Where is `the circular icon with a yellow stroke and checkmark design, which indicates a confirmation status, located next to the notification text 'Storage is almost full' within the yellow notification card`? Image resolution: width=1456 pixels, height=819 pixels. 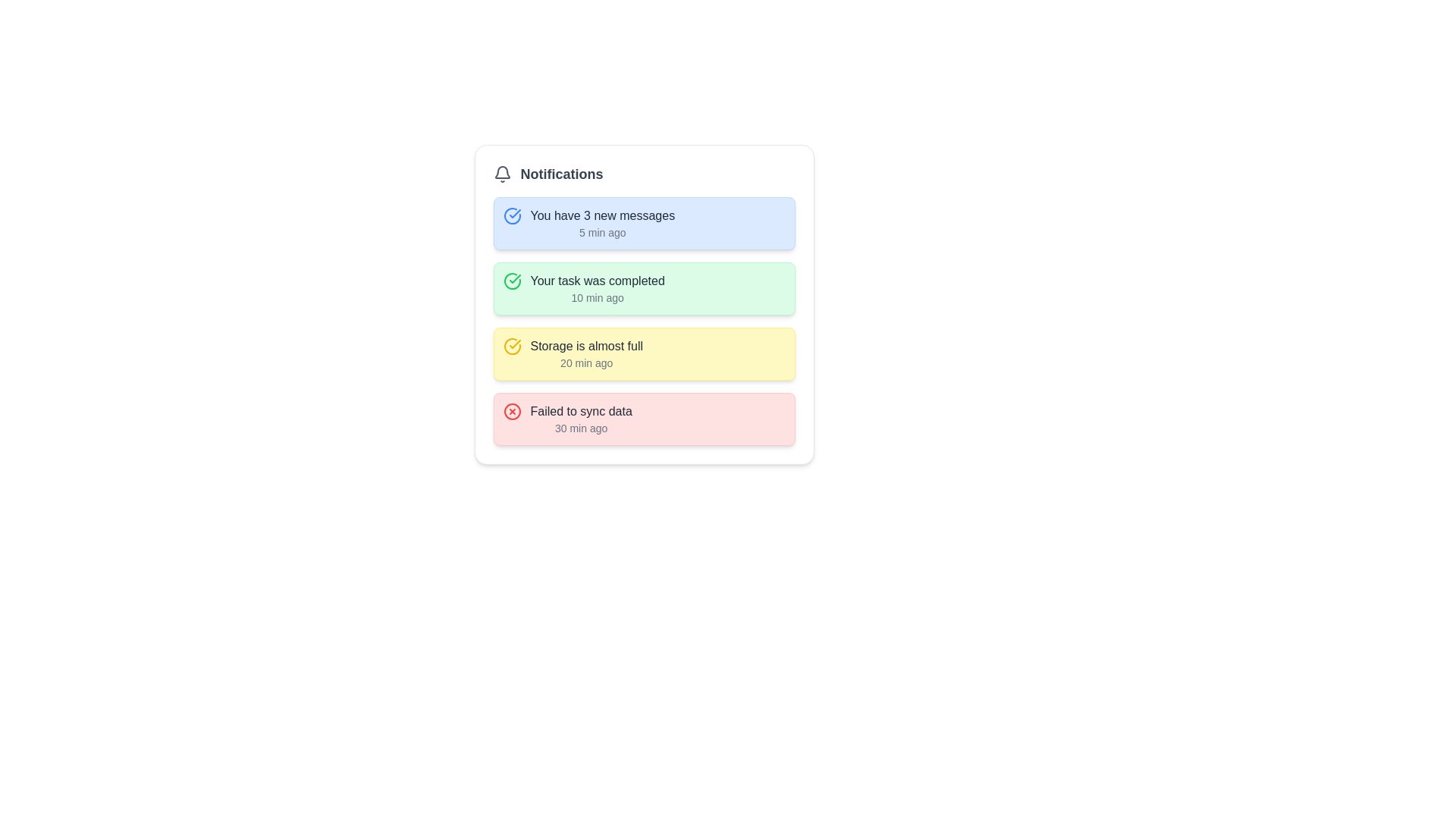 the circular icon with a yellow stroke and checkmark design, which indicates a confirmation status, located next to the notification text 'Storage is almost full' within the yellow notification card is located at coordinates (512, 346).